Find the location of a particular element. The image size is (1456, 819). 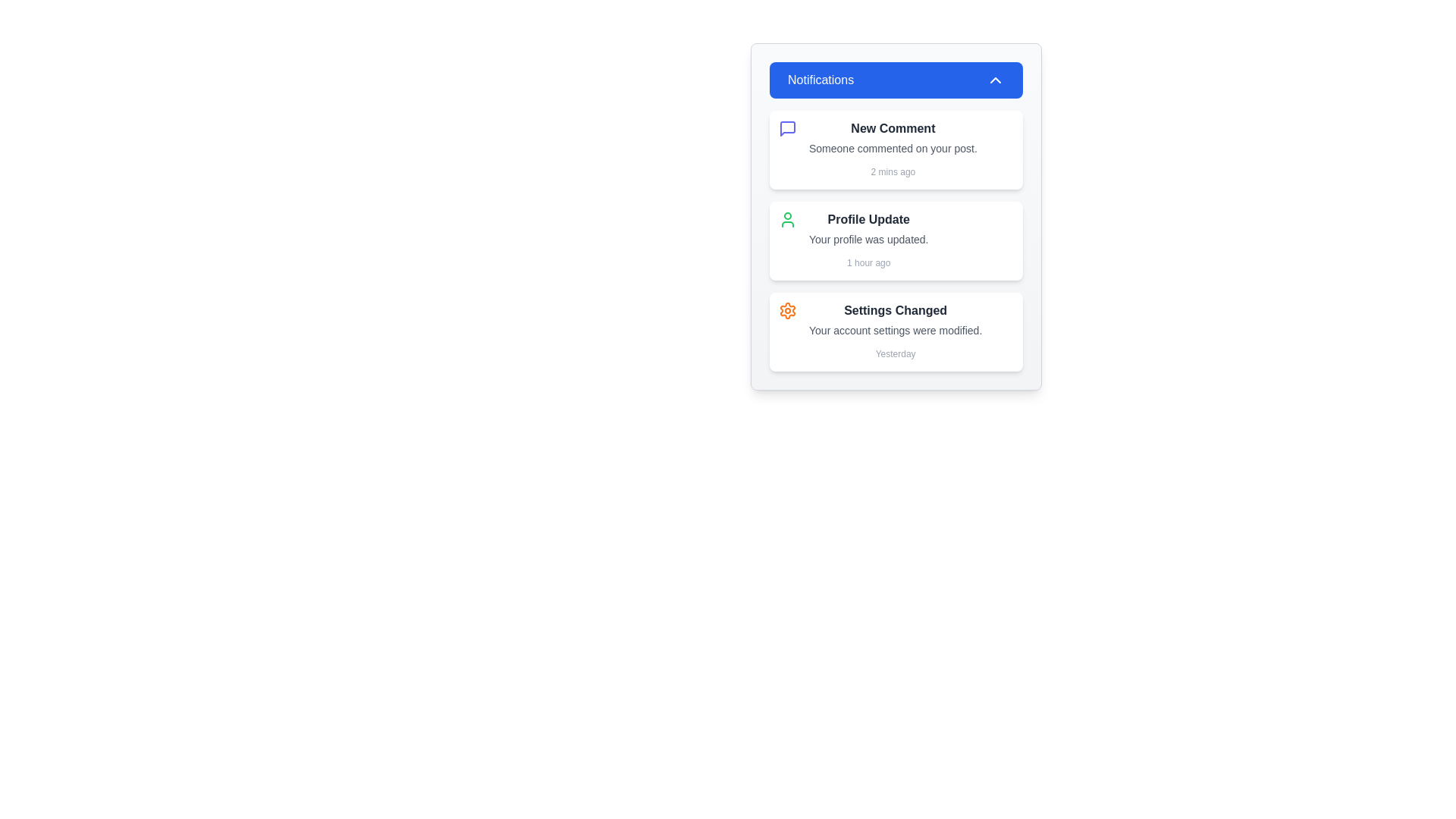

the settings icon styled as a gear symbol with orange accents, located to the left of the text content 'Settings Changed' within the third notification card is located at coordinates (787, 309).